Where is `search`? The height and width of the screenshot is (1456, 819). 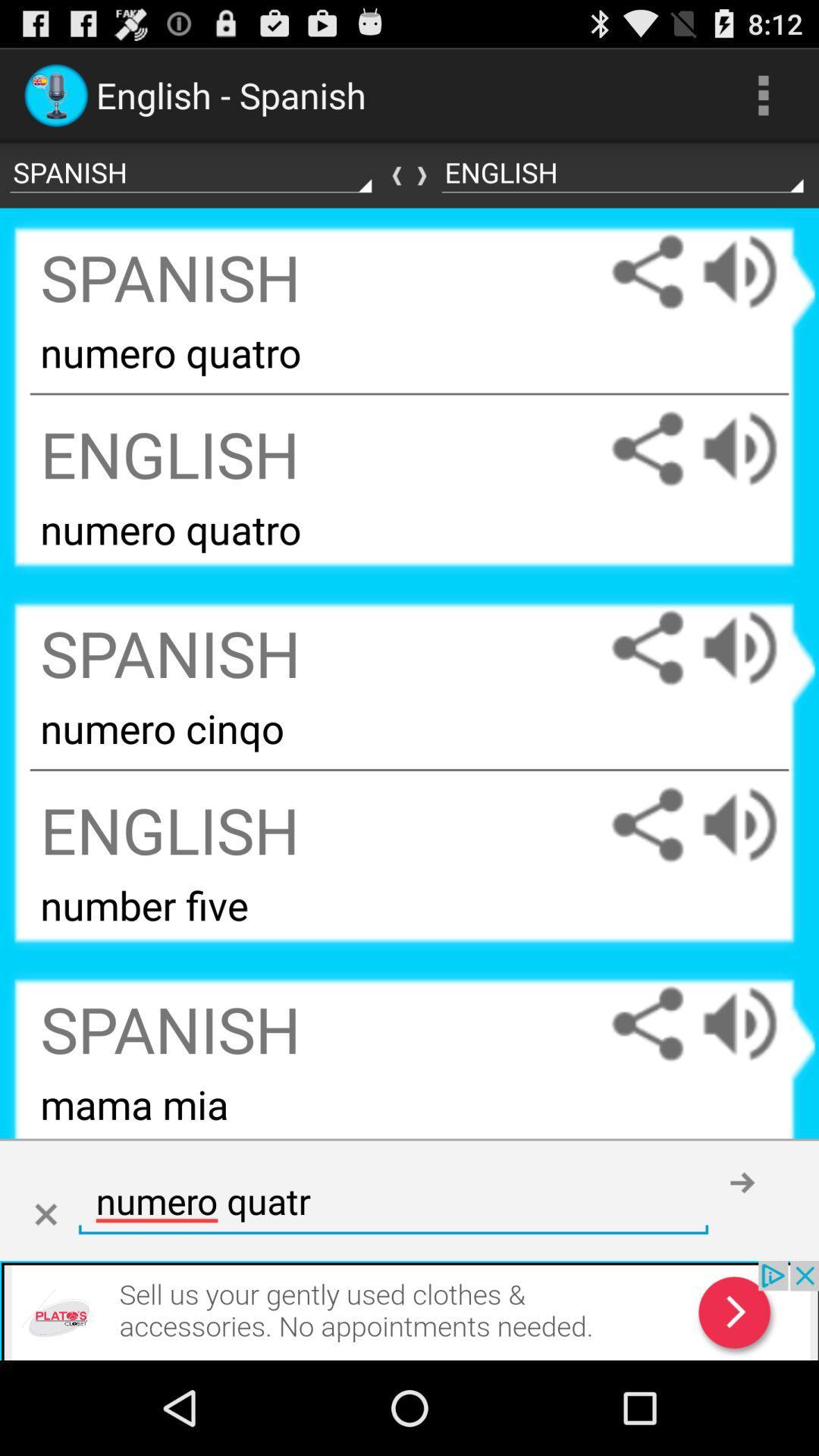
search is located at coordinates (45, 1215).